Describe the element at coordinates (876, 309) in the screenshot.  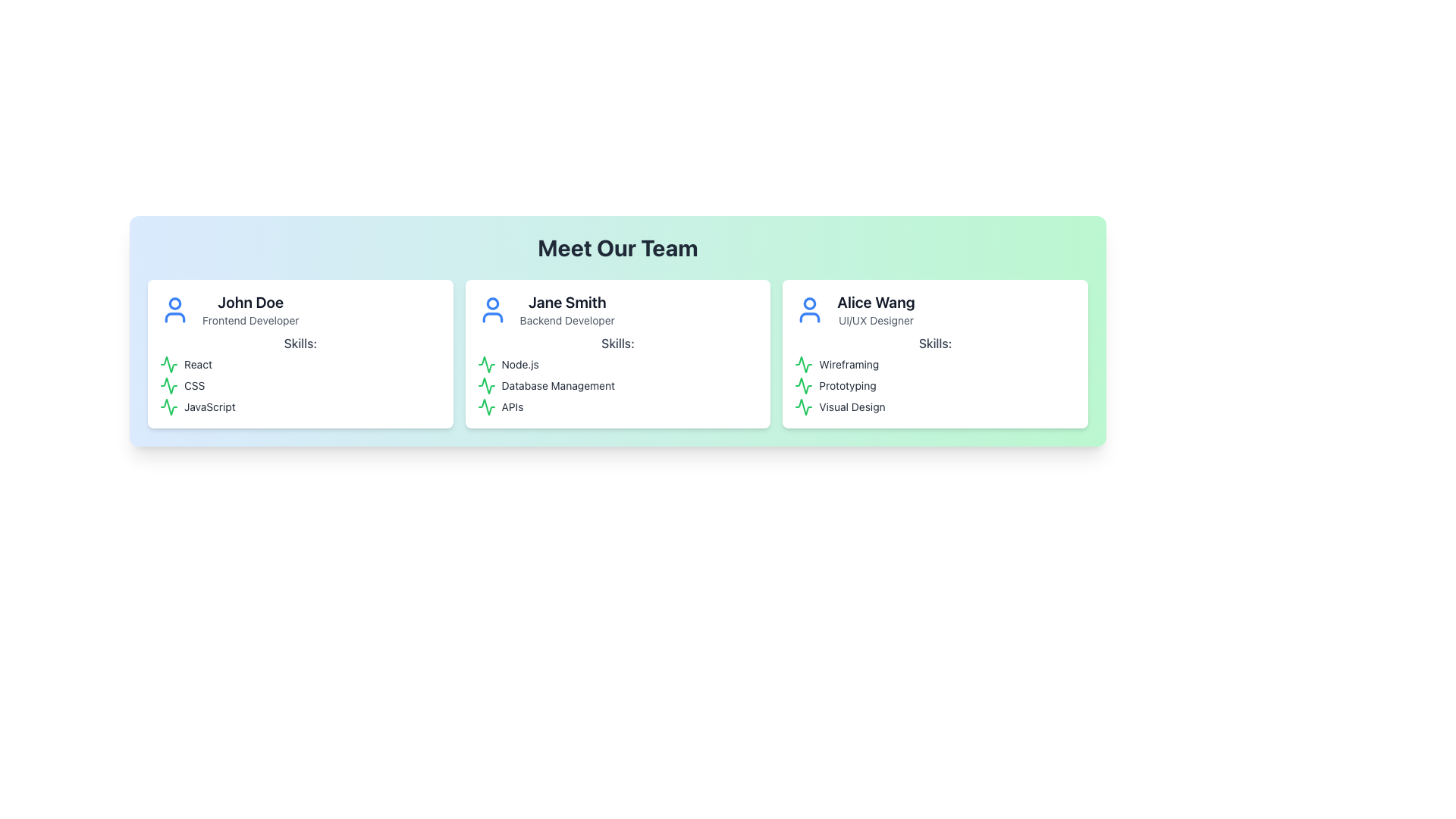
I see `information displayed in the Text Label element containing the name 'Alice Wang' and the title 'UI/UX Designer', located in the rightmost card under 'Meet Our Team'` at that location.